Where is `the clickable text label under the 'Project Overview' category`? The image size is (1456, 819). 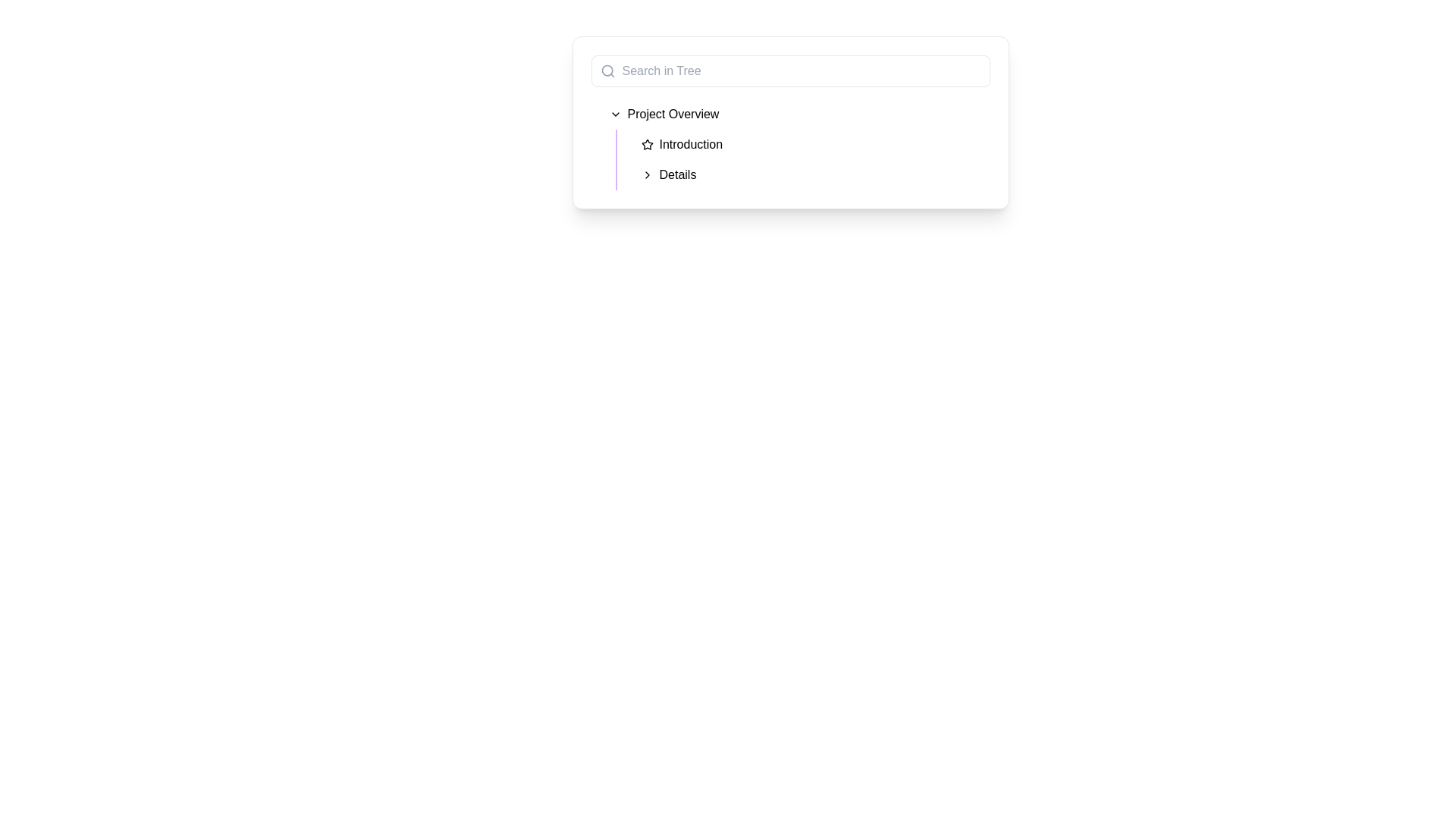 the clickable text label under the 'Project Overview' category is located at coordinates (676, 174).